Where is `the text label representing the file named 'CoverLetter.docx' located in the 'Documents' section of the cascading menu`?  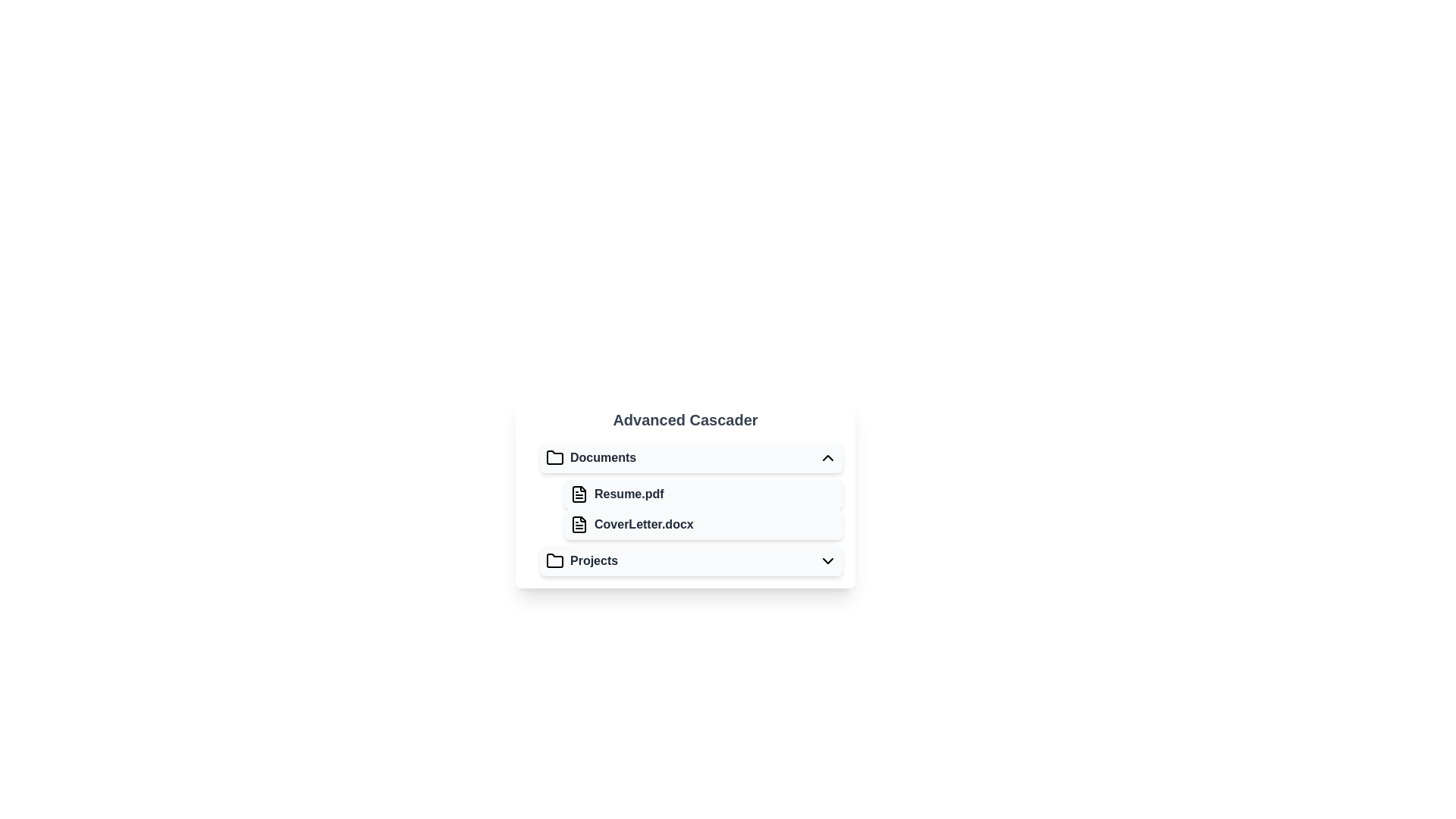 the text label representing the file named 'CoverLetter.docx' located in the 'Documents' section of the cascading menu is located at coordinates (644, 523).